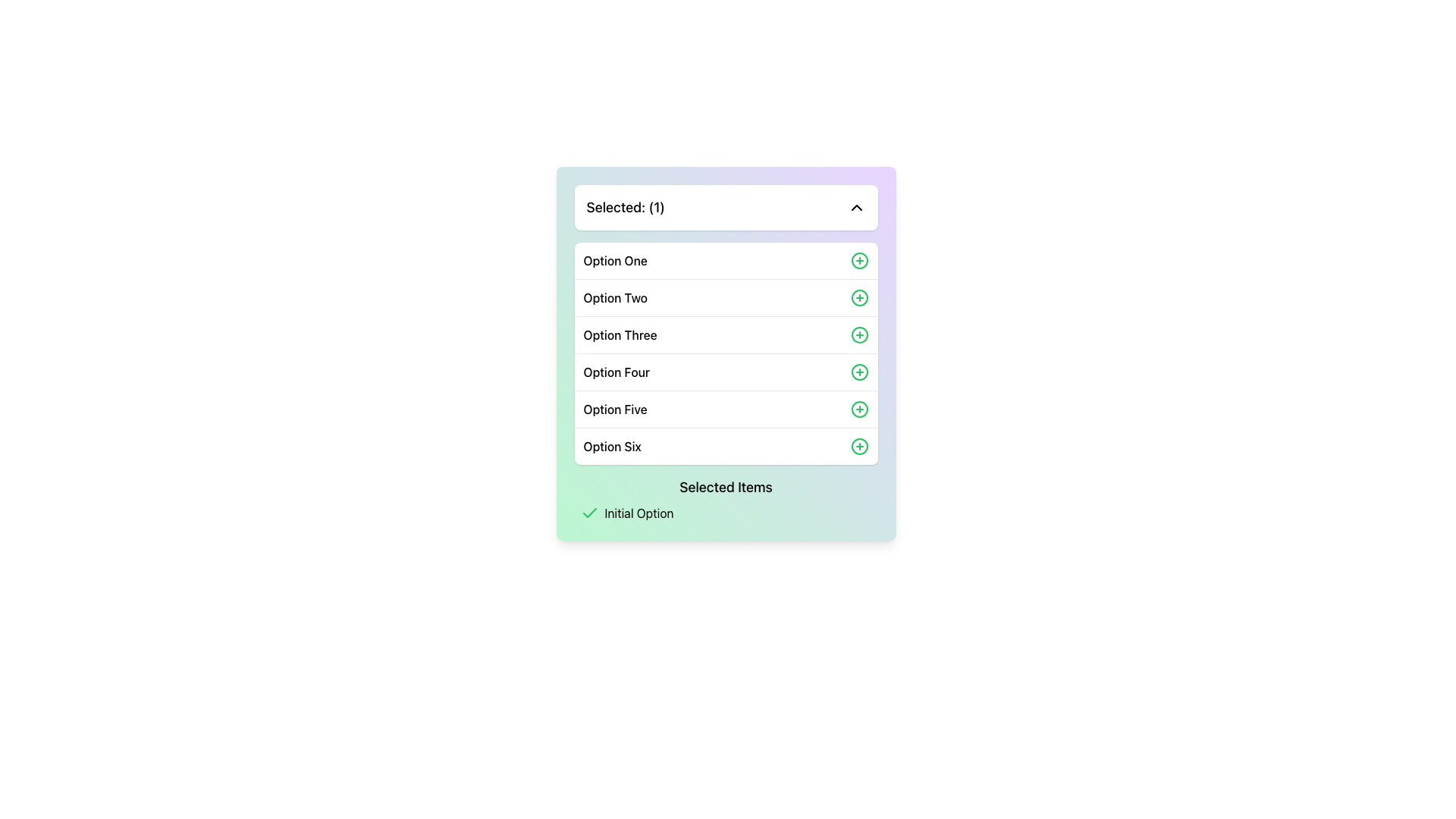 This screenshot has height=819, width=1456. What do you see at coordinates (859, 372) in the screenshot?
I see `the circular button associated with the list item 'Option Four'` at bounding box center [859, 372].